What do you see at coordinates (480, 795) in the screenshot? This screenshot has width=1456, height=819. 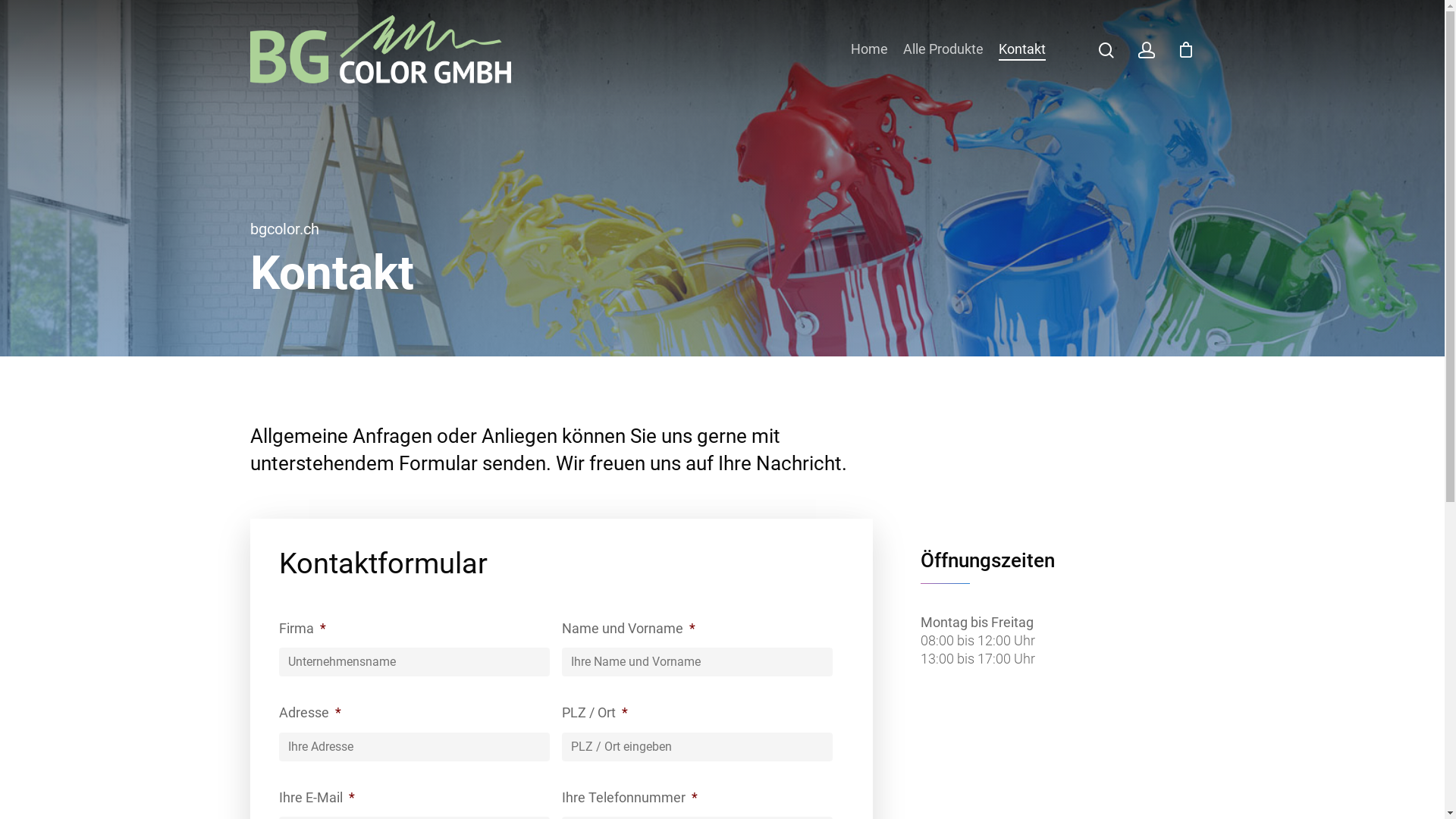 I see `'onlineshop-mieten.com'` at bounding box center [480, 795].